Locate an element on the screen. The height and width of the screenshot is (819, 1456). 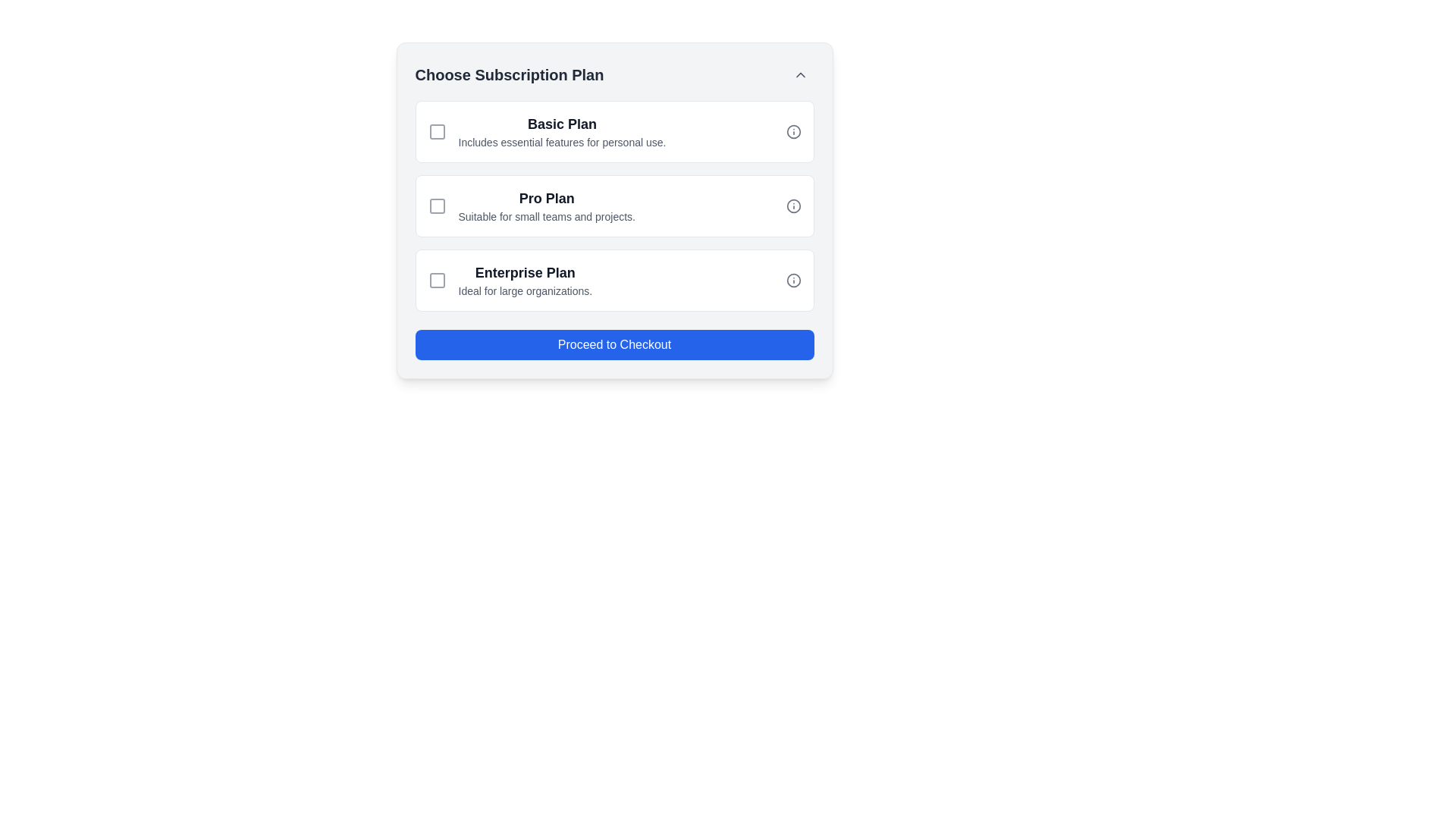
the 'Enterprise Plan' text label, which is a prominently styled title in dark gray color, indicating a subscription option is located at coordinates (525, 271).